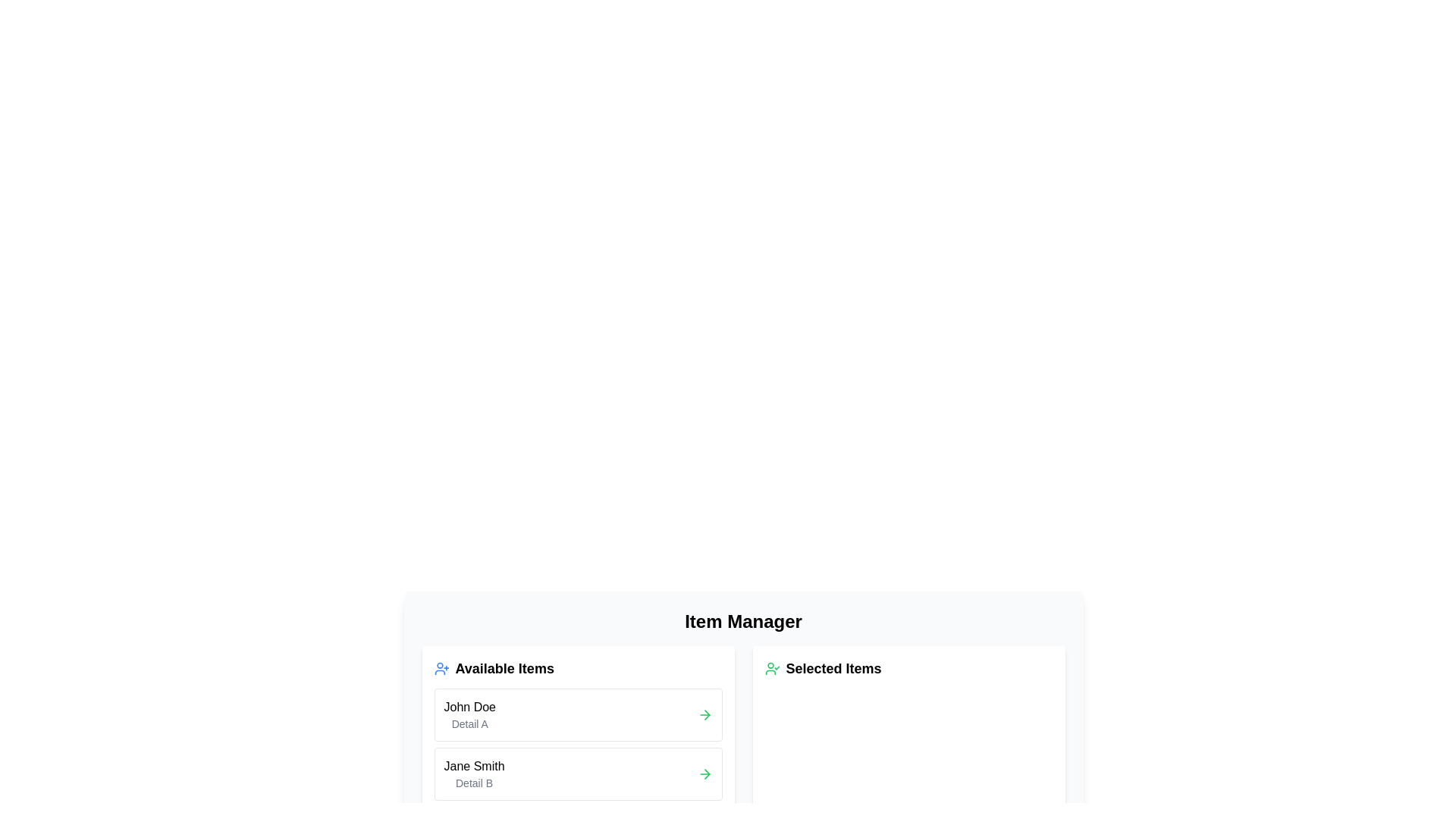 The width and height of the screenshot is (1456, 819). Describe the element at coordinates (469, 723) in the screenshot. I see `the text label displaying 'Detail A' in light gray font, located below 'John Doe' in the 'Available Items' section` at that location.